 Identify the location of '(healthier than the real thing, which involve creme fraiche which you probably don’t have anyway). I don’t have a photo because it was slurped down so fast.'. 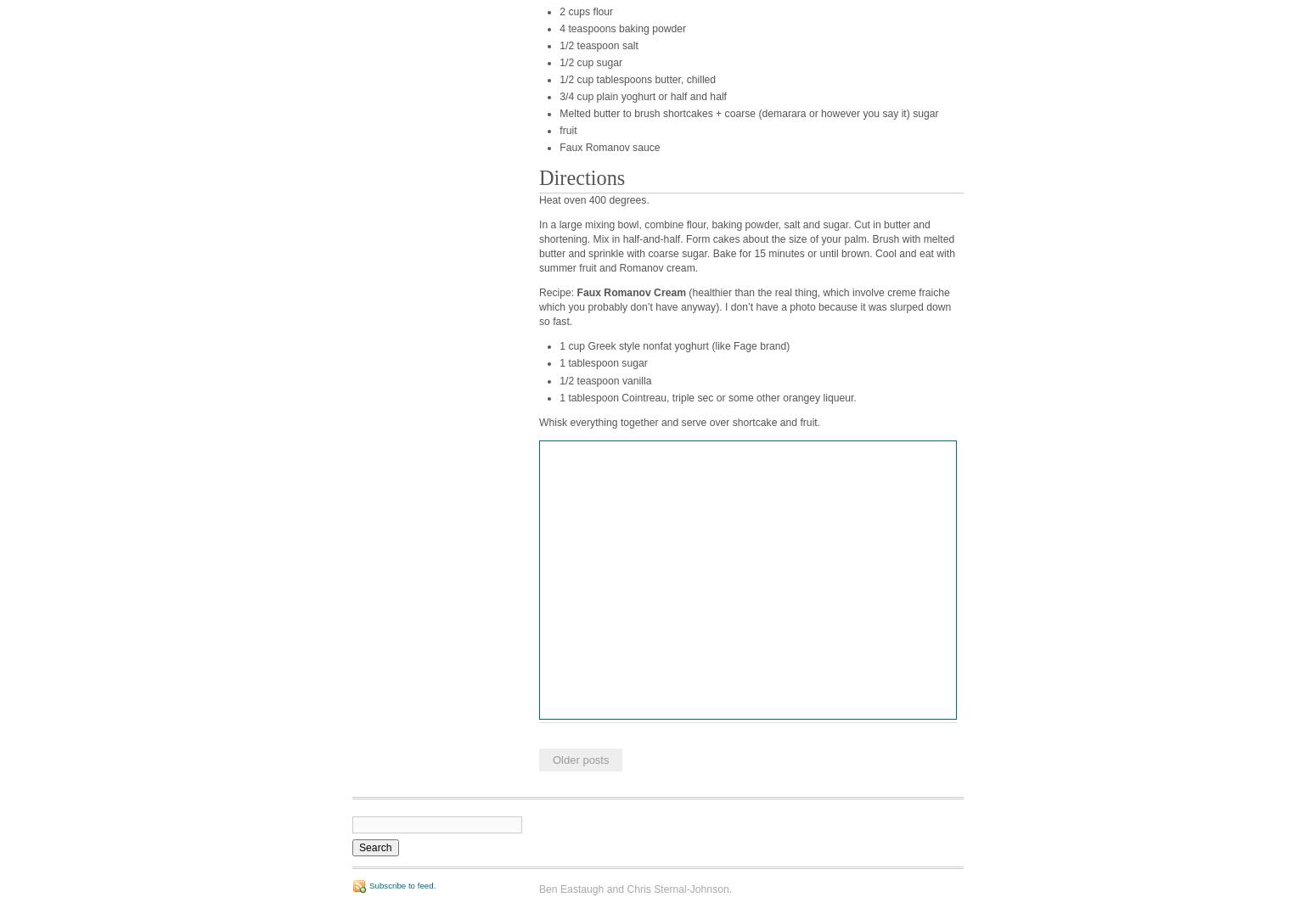
(745, 306).